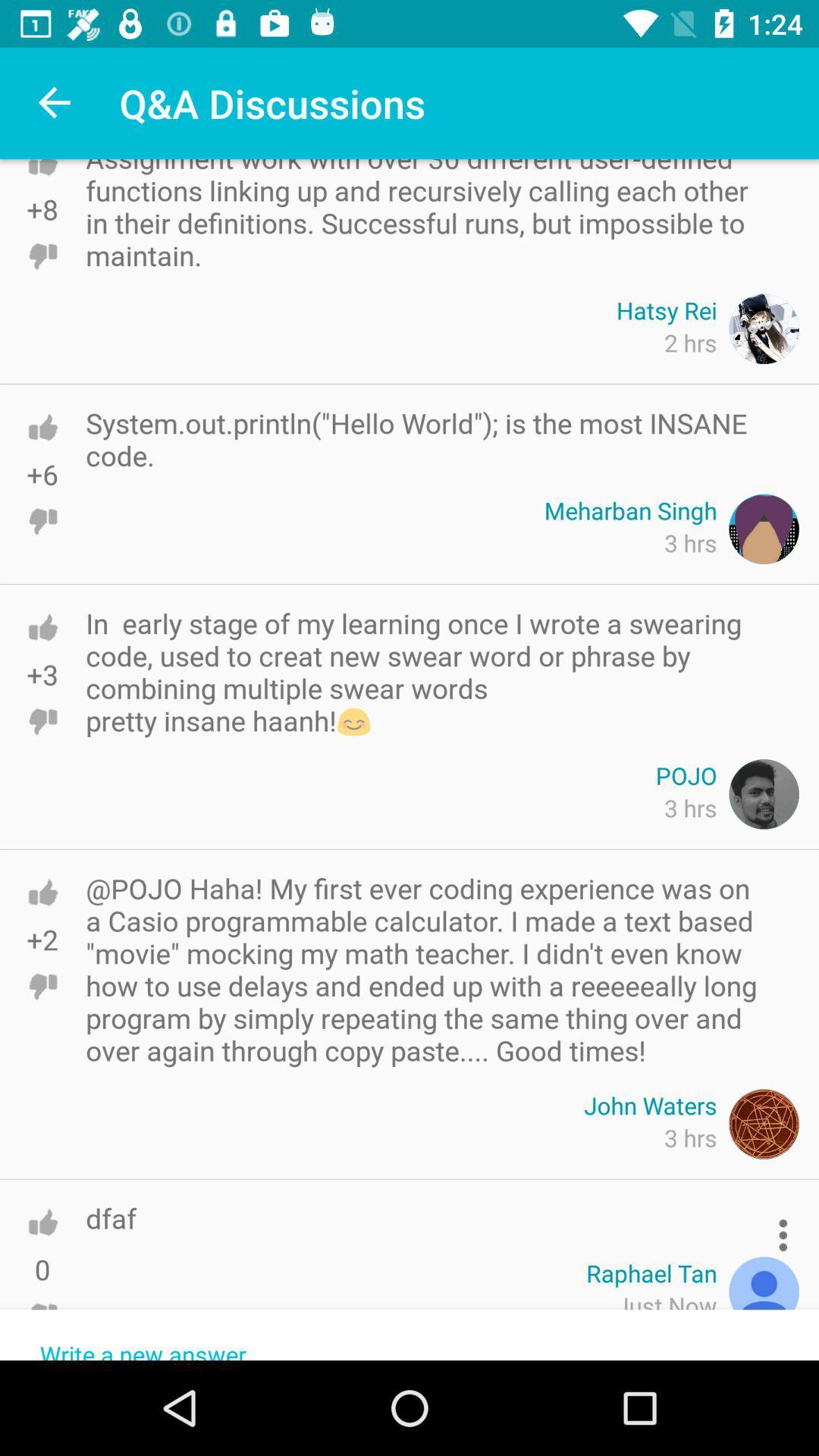 The width and height of the screenshot is (819, 1456). Describe the element at coordinates (42, 182) in the screenshot. I see `go back` at that location.